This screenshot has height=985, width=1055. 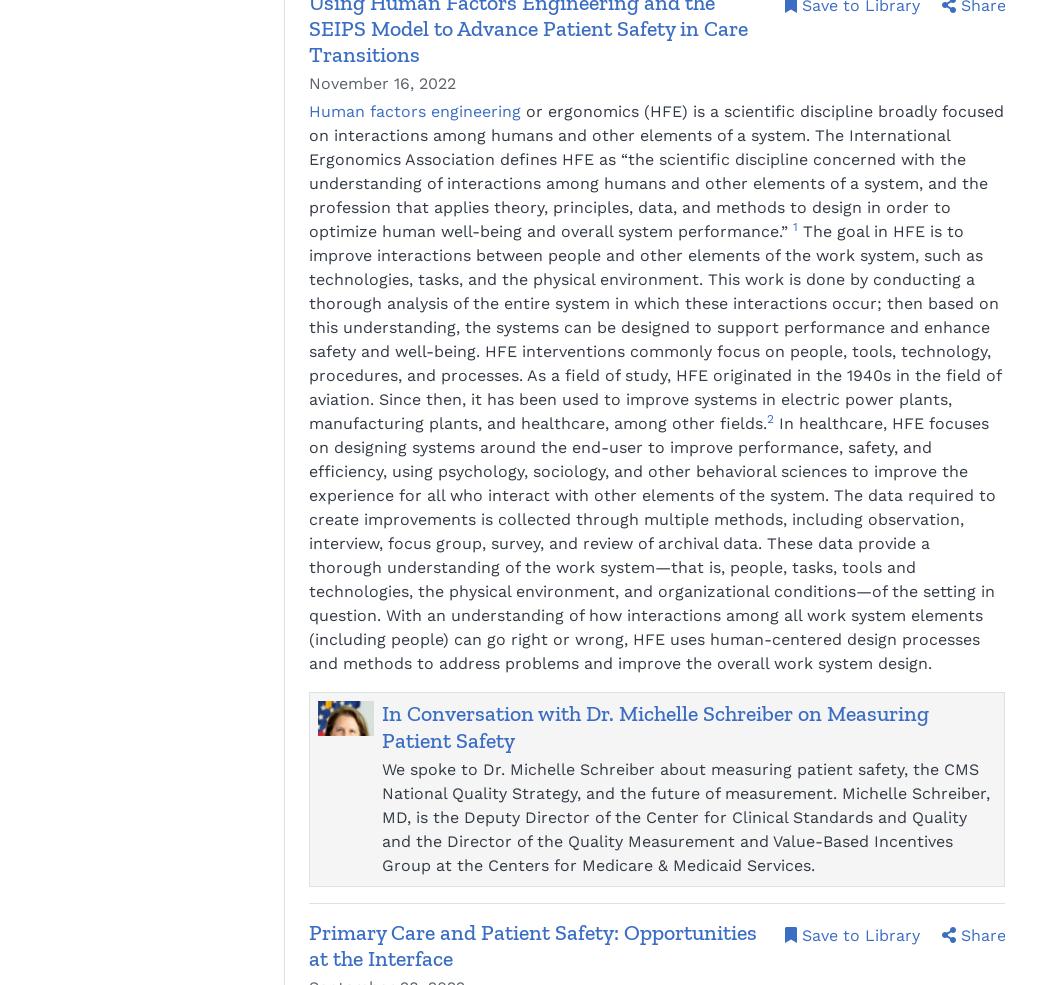 What do you see at coordinates (651, 543) in the screenshot?
I see `'In healthcare, HFE focuses on designing systems around the end-user to improve performance, safety, and efficiency, using psychology, sociology, and other behavioral sciences to improve the experience for all who interact with other elements of the system. The data required to create improvements is collected through multiple methods, including observation, interview, focus group, survey, and review of archival data. These data provide a thorough understanding of the work system—that is, people, tasks, tools and technologies, the physical environment, and organizational conditions—of the setting in question. With an understanding of how interactions among all work system elements (including people) can go right or wrong, HFE uses human-centered design processes and methods to address problems and improve the overall work system design.'` at bounding box center [651, 543].